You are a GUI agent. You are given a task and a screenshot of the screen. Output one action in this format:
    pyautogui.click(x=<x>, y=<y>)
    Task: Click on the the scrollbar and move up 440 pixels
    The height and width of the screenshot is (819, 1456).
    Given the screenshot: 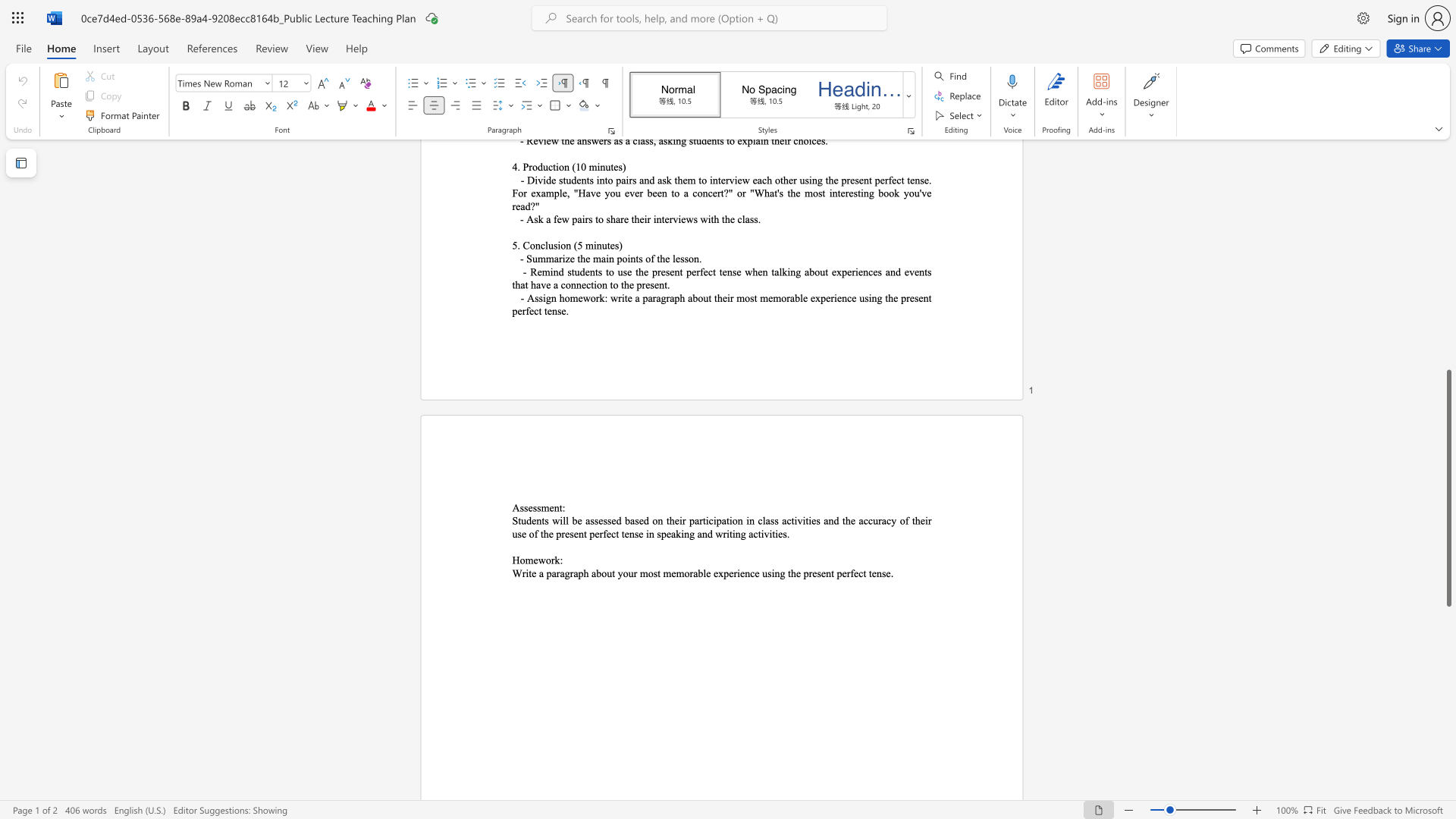 What is the action you would take?
    pyautogui.click(x=1448, y=488)
    